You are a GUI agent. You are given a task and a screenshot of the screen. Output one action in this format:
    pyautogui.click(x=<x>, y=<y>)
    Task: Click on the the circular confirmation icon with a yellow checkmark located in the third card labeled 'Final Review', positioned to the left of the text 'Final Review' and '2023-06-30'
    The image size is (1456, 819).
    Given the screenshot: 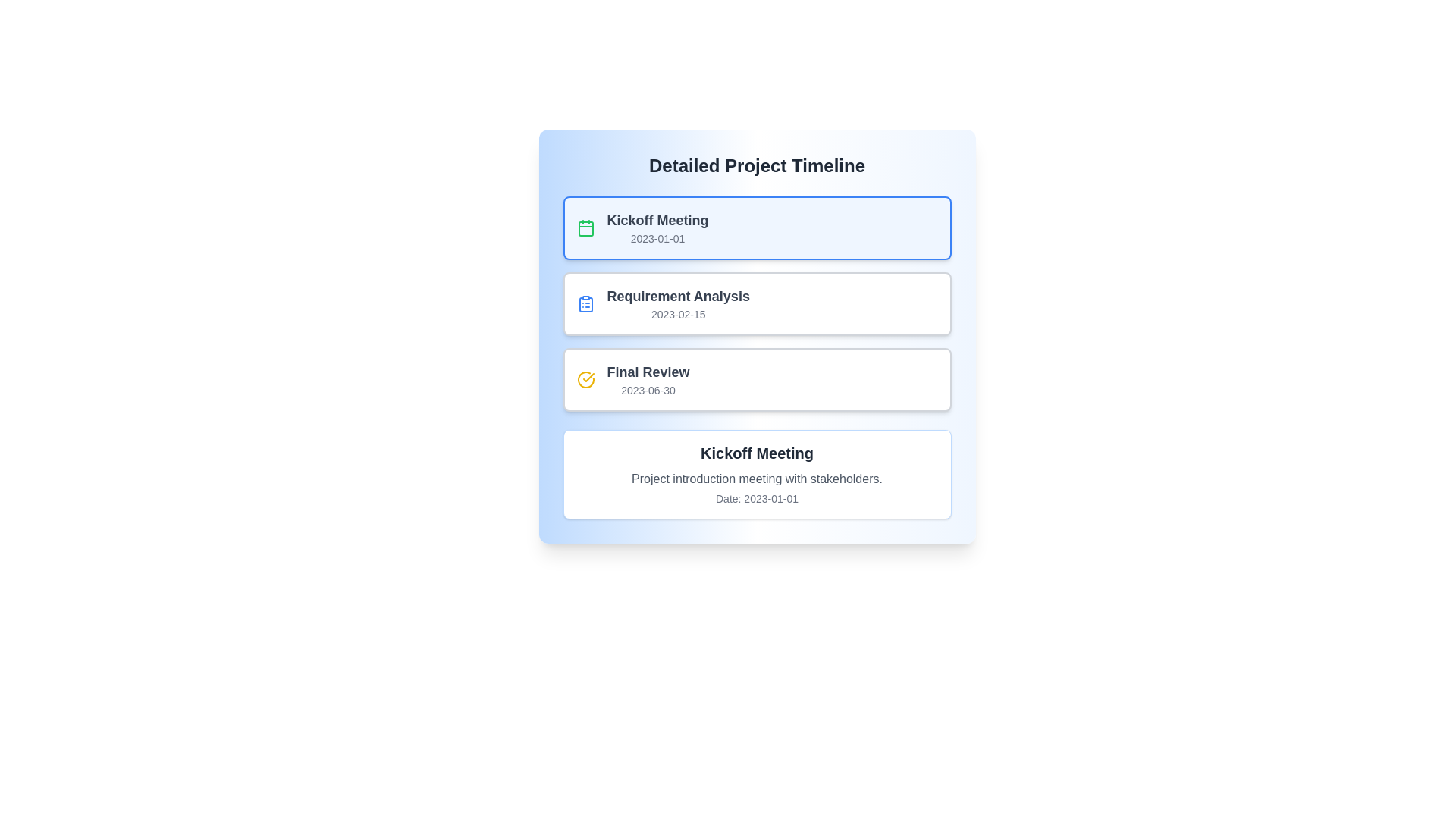 What is the action you would take?
    pyautogui.click(x=585, y=379)
    